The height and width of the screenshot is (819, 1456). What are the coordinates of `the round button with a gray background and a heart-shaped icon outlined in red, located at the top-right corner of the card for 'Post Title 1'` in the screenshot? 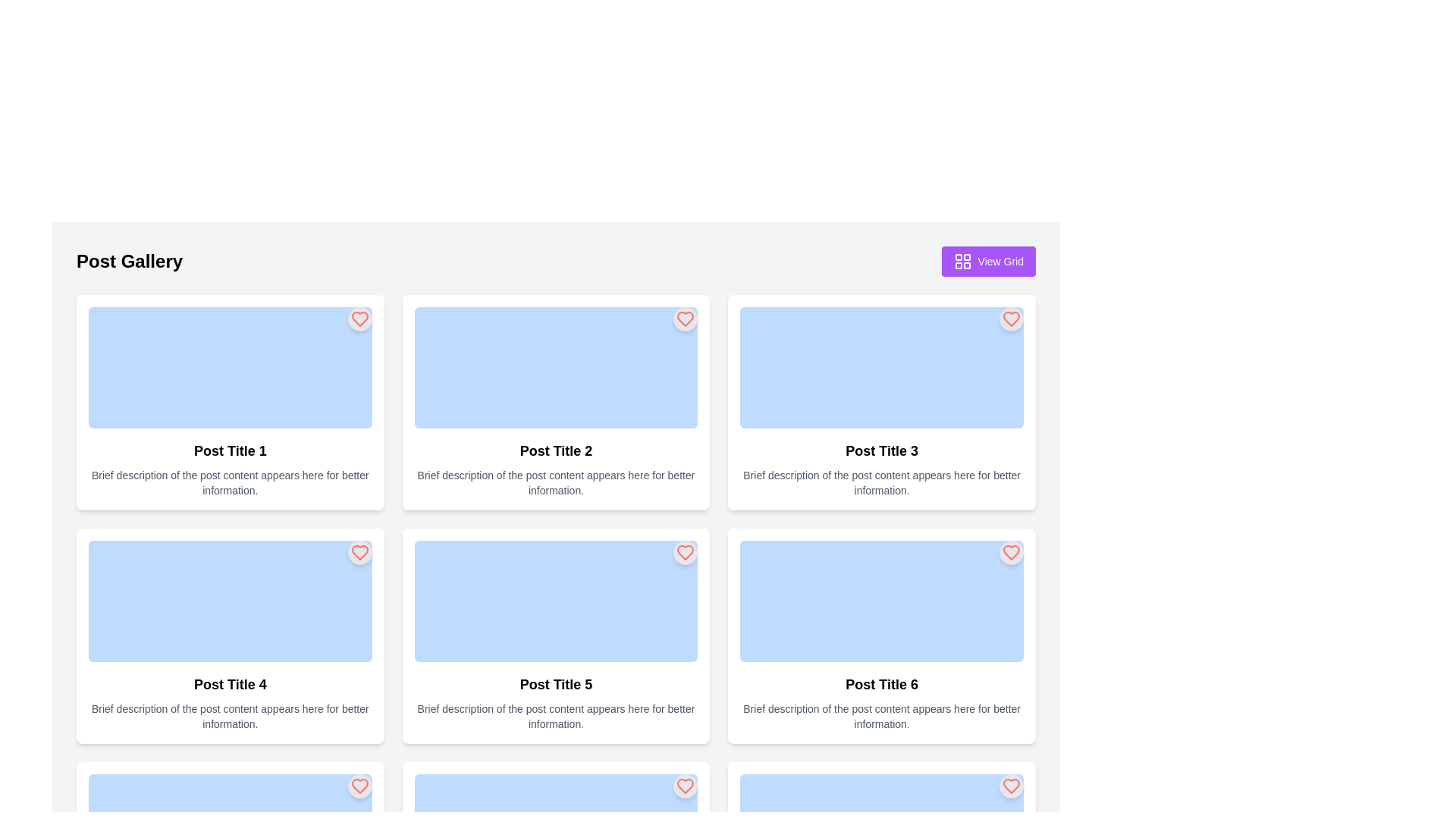 It's located at (359, 318).